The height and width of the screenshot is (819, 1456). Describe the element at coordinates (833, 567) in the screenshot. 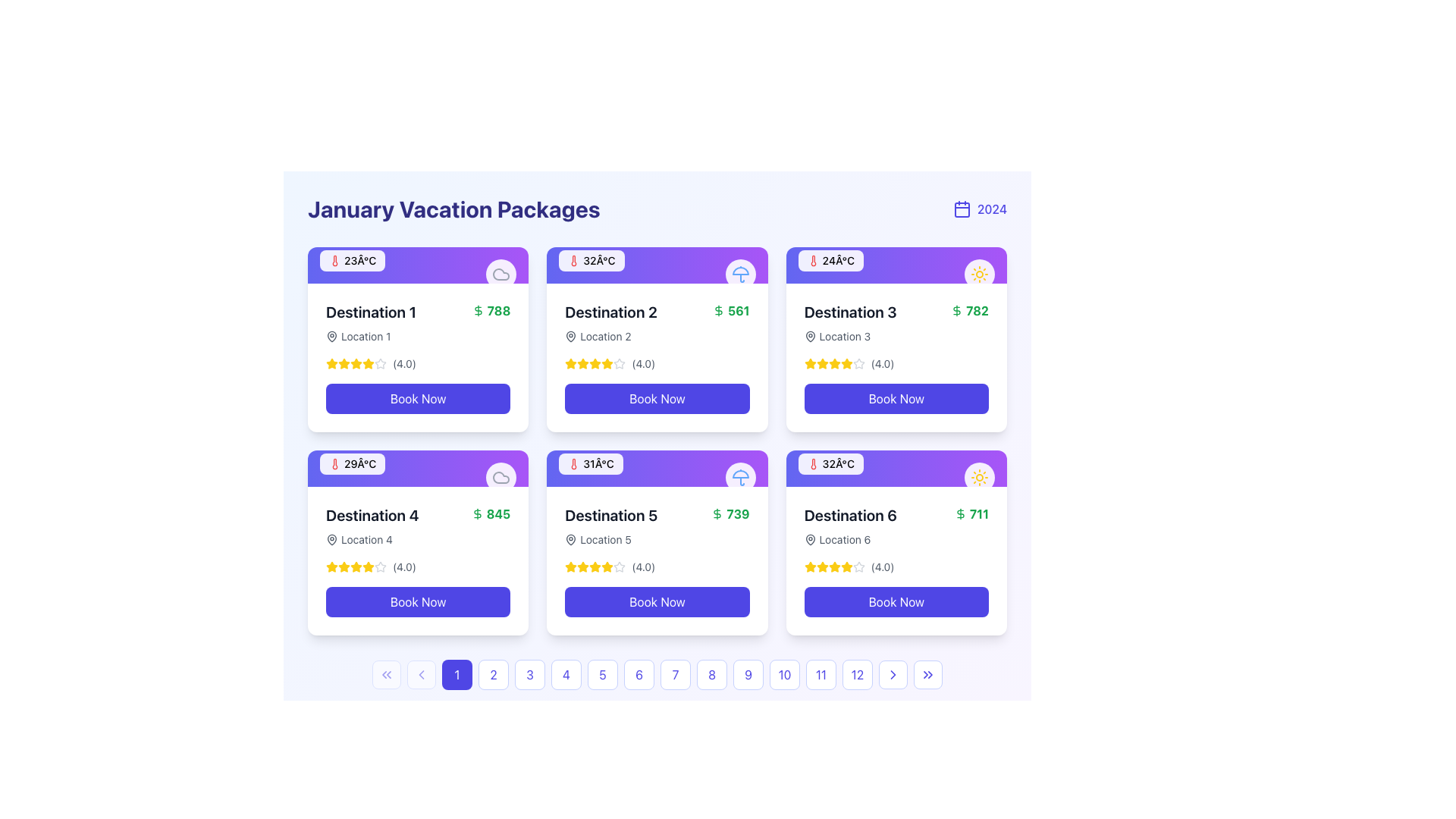

I see `the third star icon in the rating system for 'Destination 6', which is visually represented by a filled yellow star symbol` at that location.